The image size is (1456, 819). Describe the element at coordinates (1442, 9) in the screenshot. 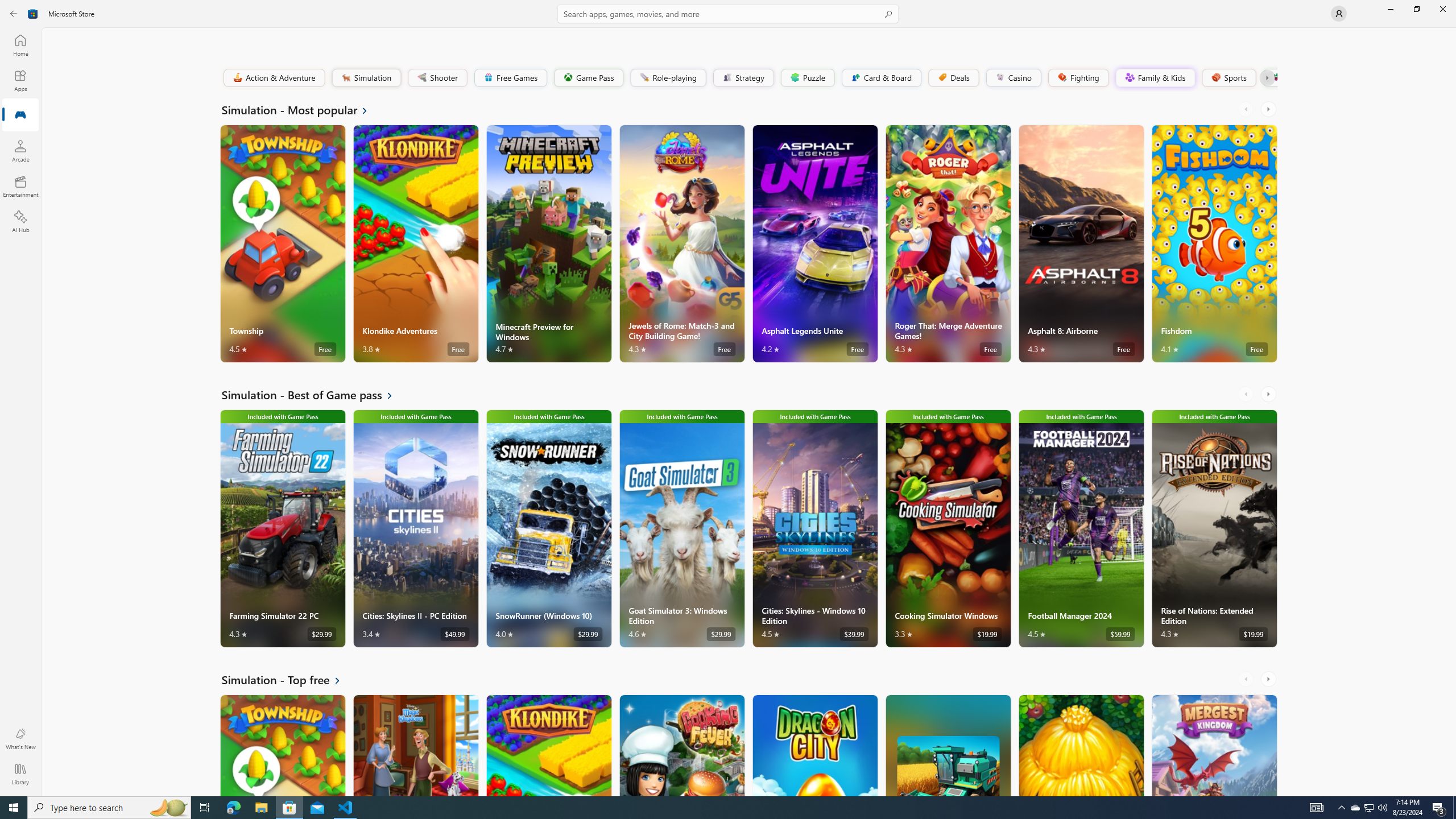

I see `'Close Microsoft Store'` at that location.